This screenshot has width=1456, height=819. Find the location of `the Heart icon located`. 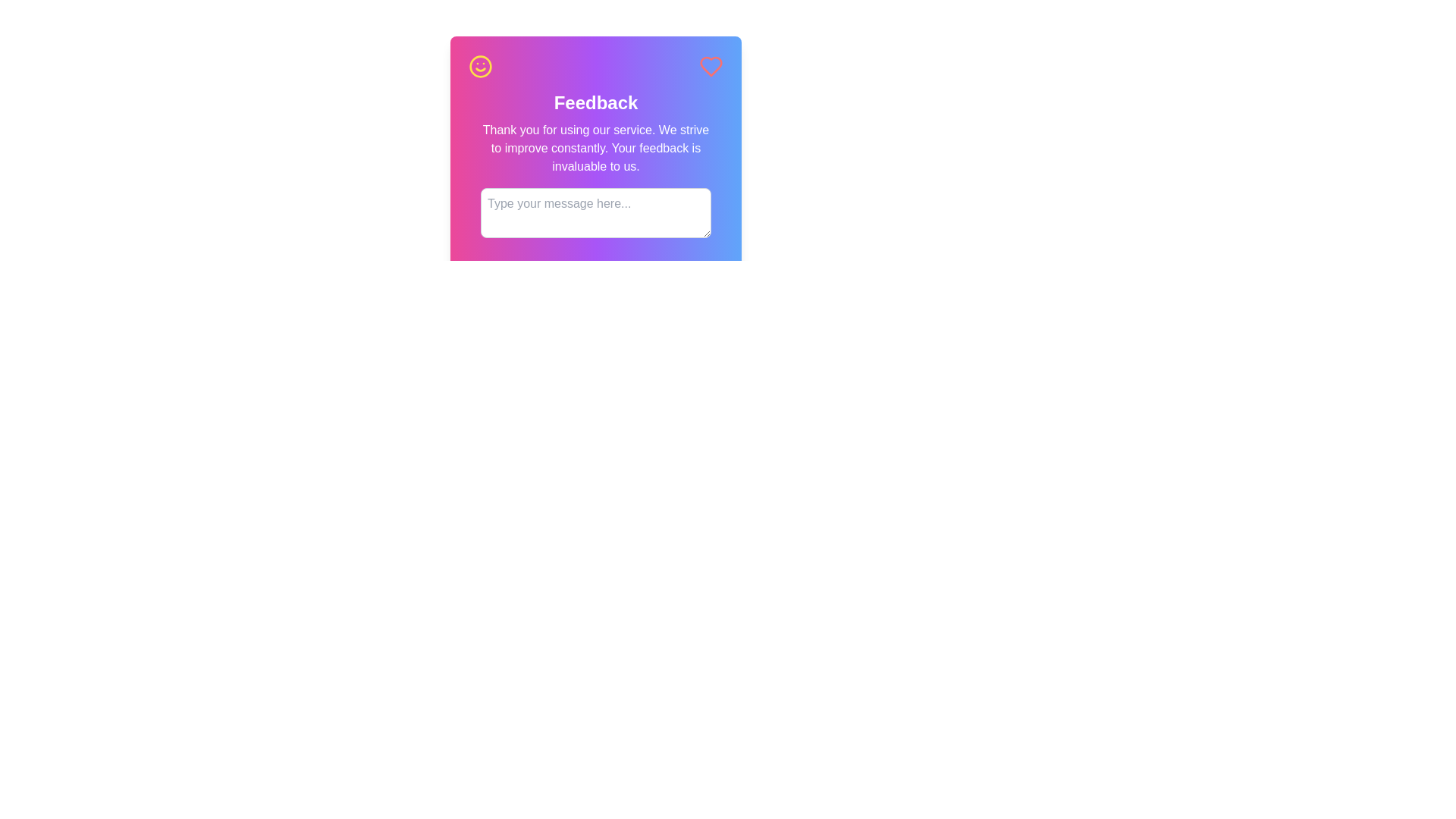

the Heart icon located is located at coordinates (710, 66).